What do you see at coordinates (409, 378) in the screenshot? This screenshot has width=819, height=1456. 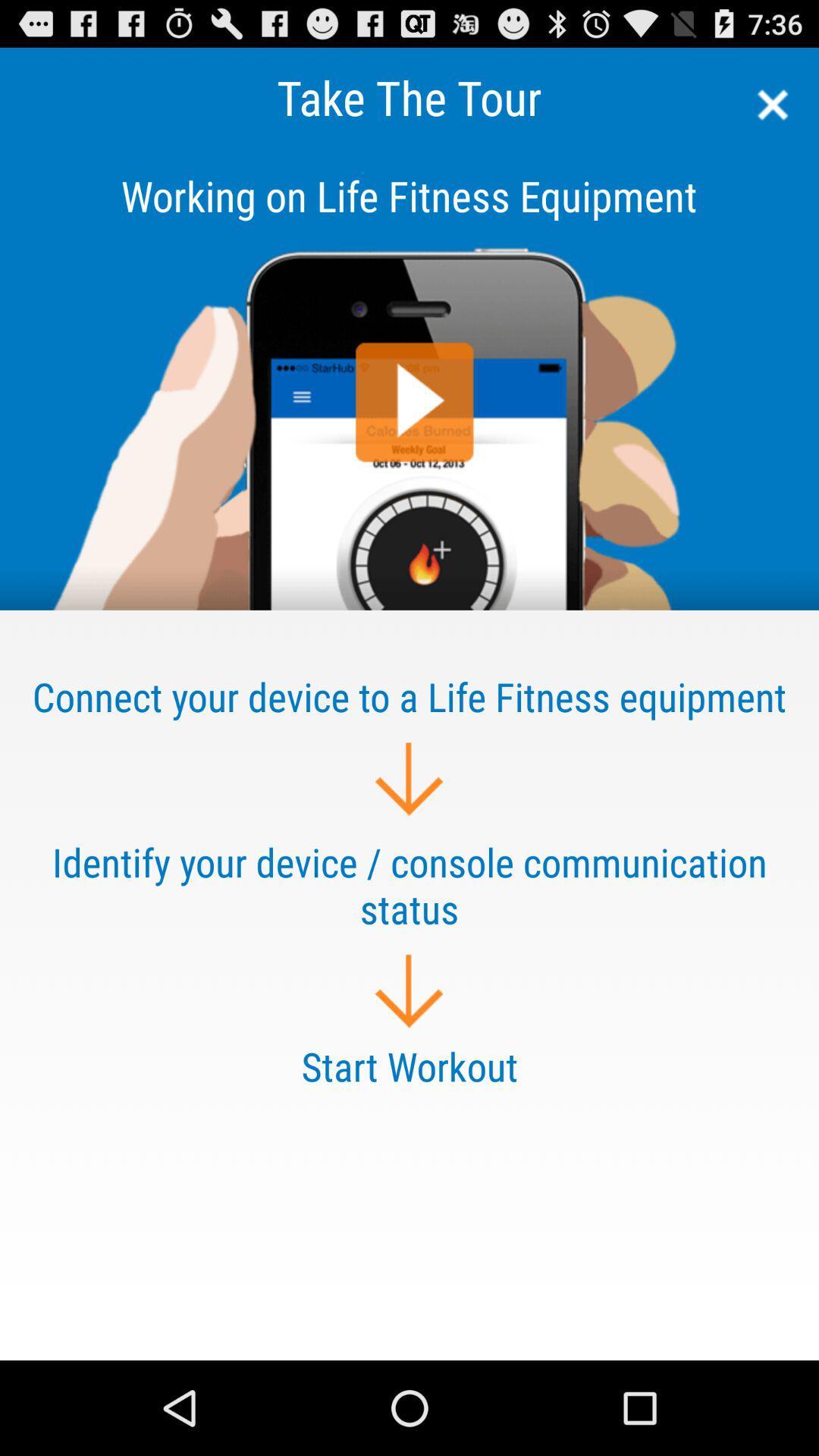 I see `video box` at bounding box center [409, 378].